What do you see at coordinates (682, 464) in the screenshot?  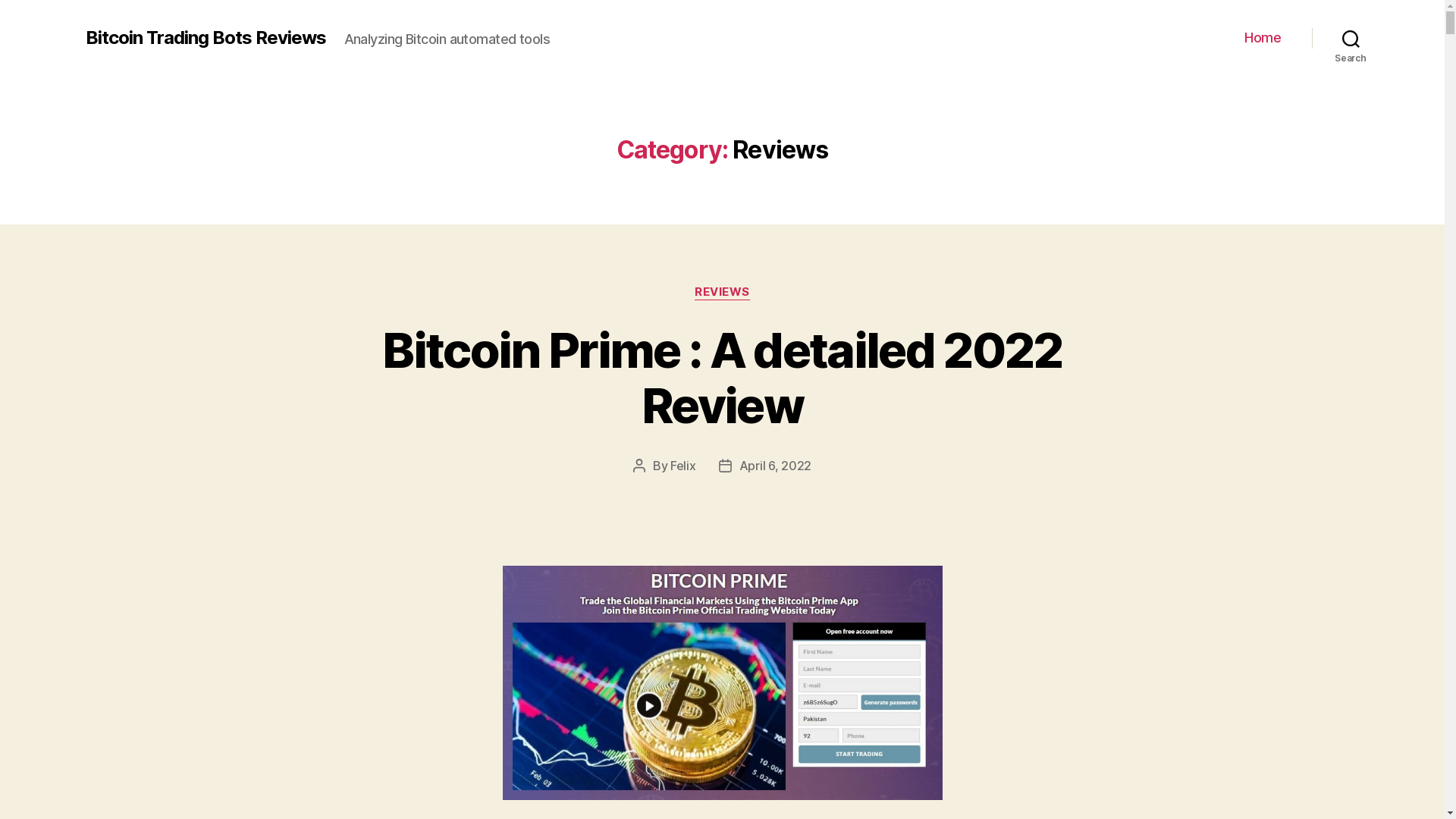 I see `'Felix'` at bounding box center [682, 464].